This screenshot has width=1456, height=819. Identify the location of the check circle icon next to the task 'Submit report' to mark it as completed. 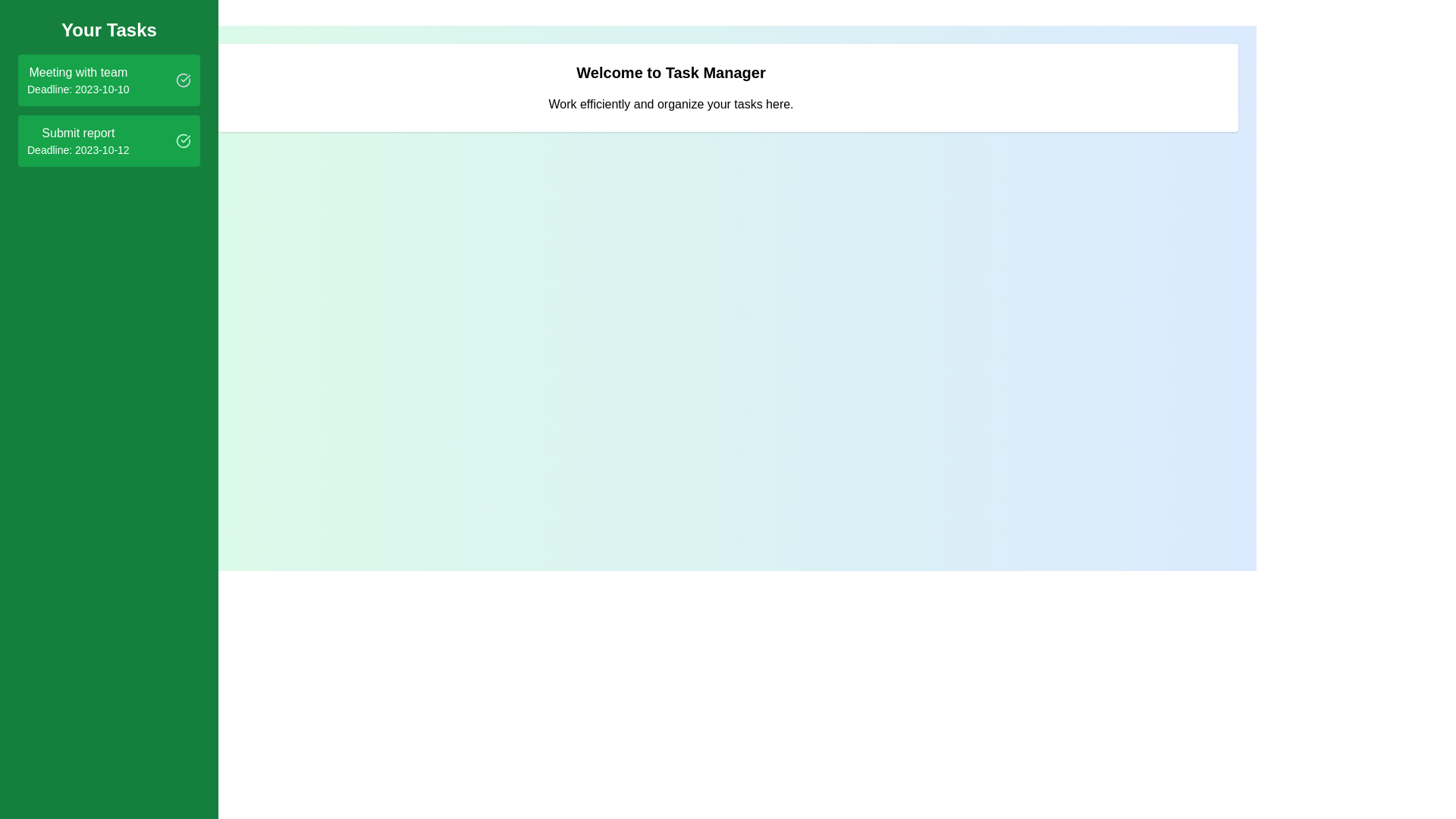
(182, 140).